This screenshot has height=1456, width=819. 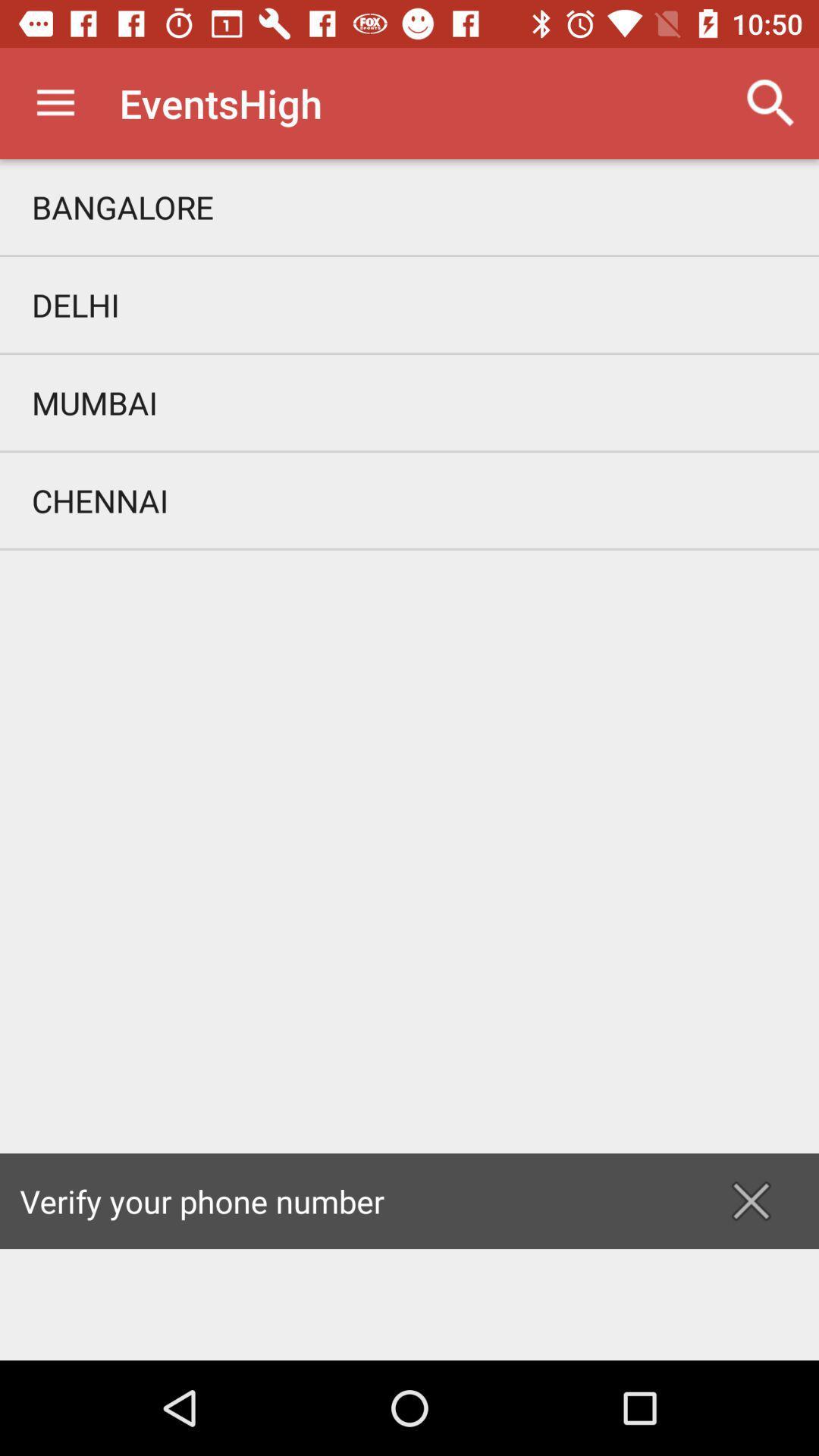 What do you see at coordinates (409, 304) in the screenshot?
I see `the item below bangalore icon` at bounding box center [409, 304].